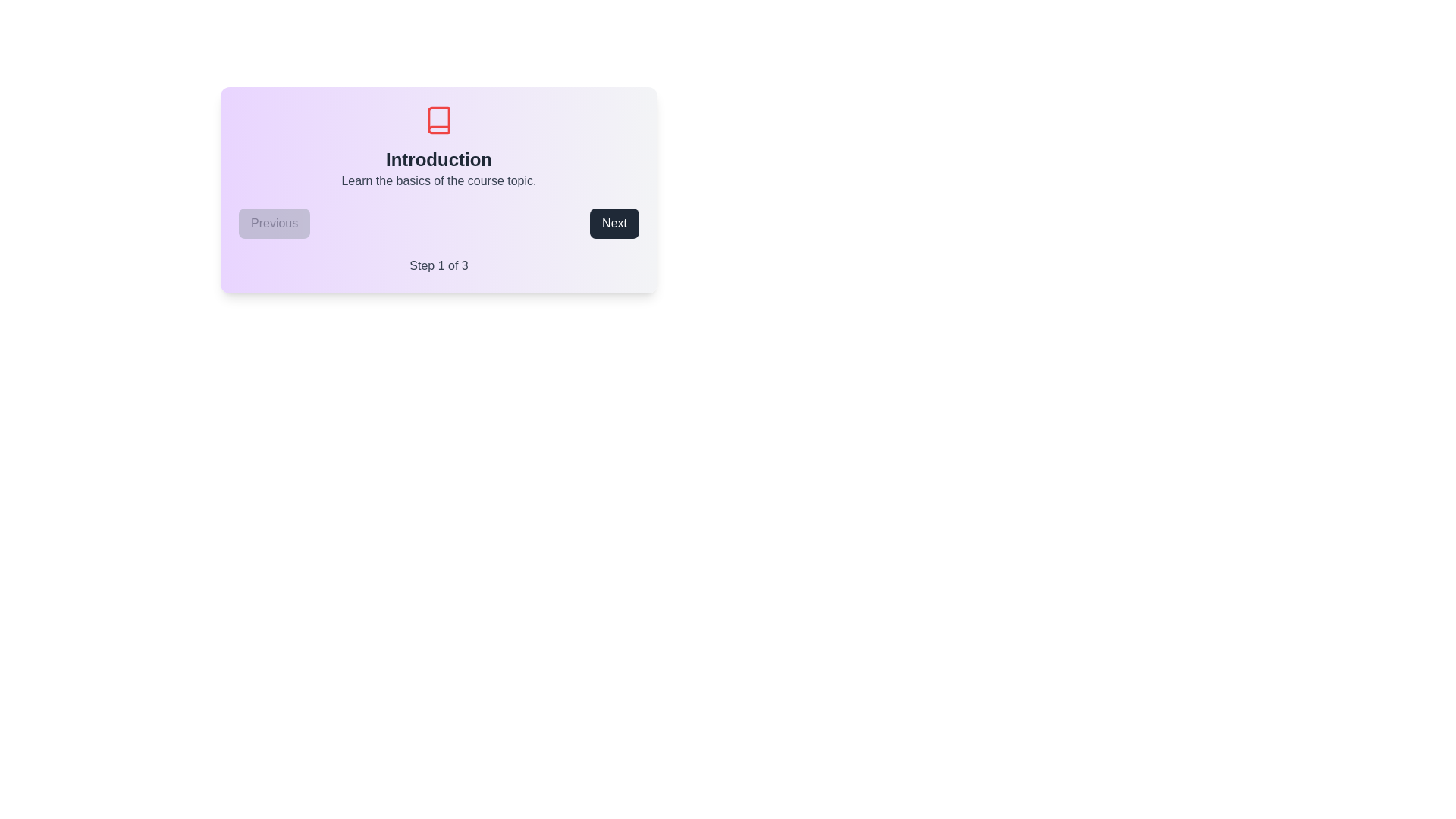 The height and width of the screenshot is (819, 1456). I want to click on the text 'Step 1 of 3' to acknowledge the progress indicator, so click(438, 265).